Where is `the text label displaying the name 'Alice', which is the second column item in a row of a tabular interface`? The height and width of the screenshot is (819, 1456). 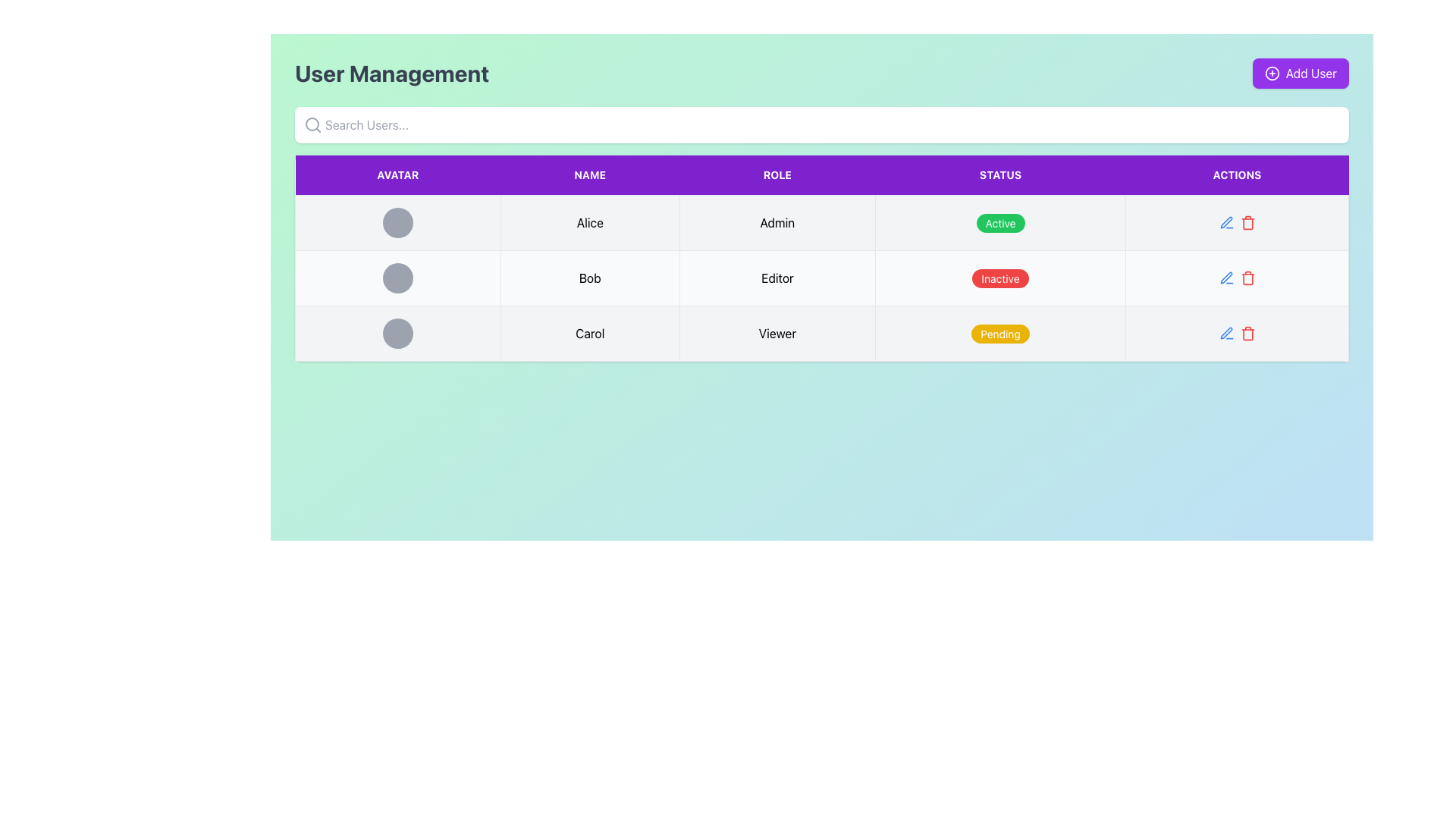
the text label displaying the name 'Alice', which is the second column item in a row of a tabular interface is located at coordinates (589, 222).